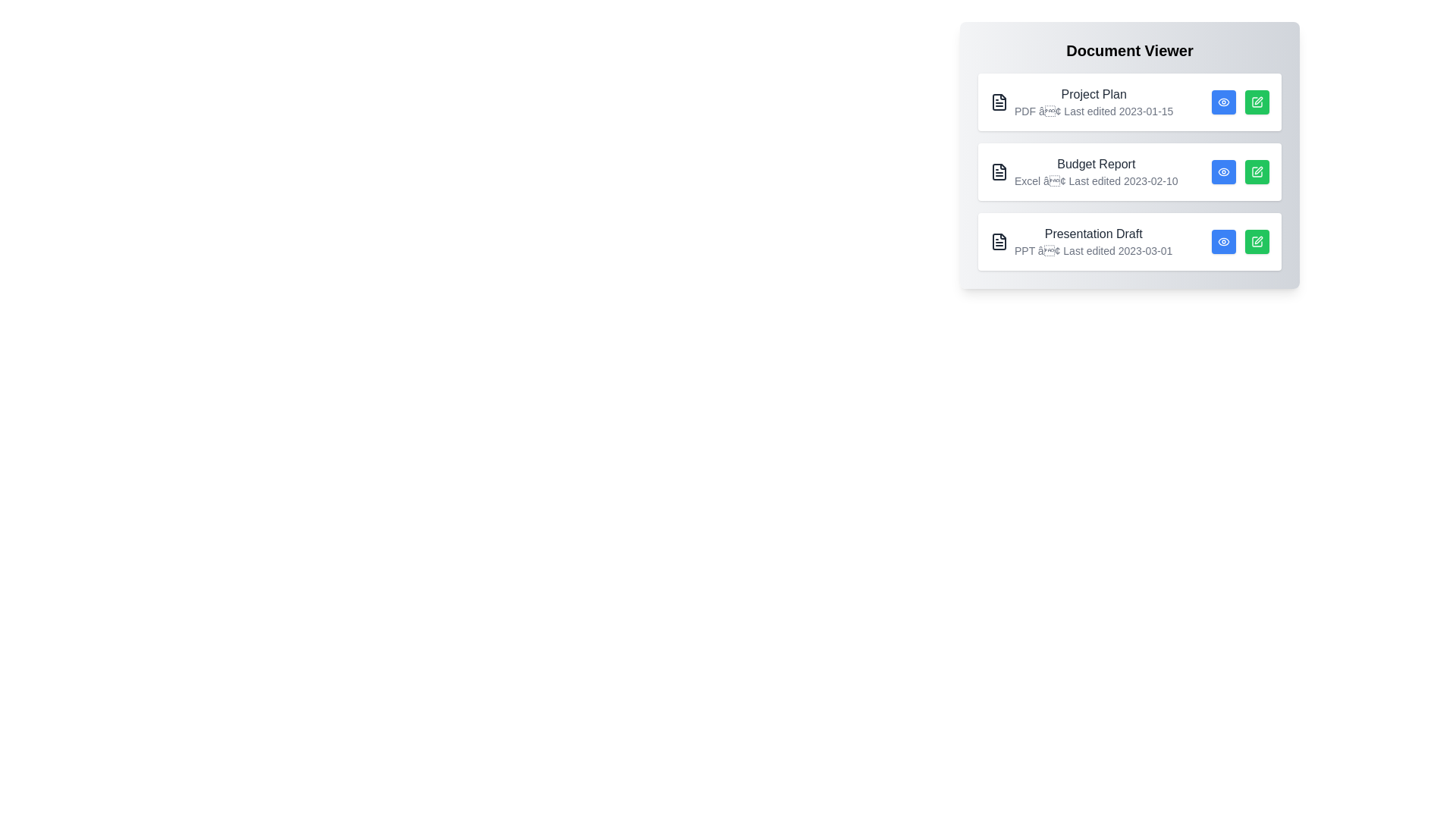 The image size is (1456, 819). What do you see at coordinates (1223, 171) in the screenshot?
I see `eye icon for the document titled Budget Report to view its details` at bounding box center [1223, 171].